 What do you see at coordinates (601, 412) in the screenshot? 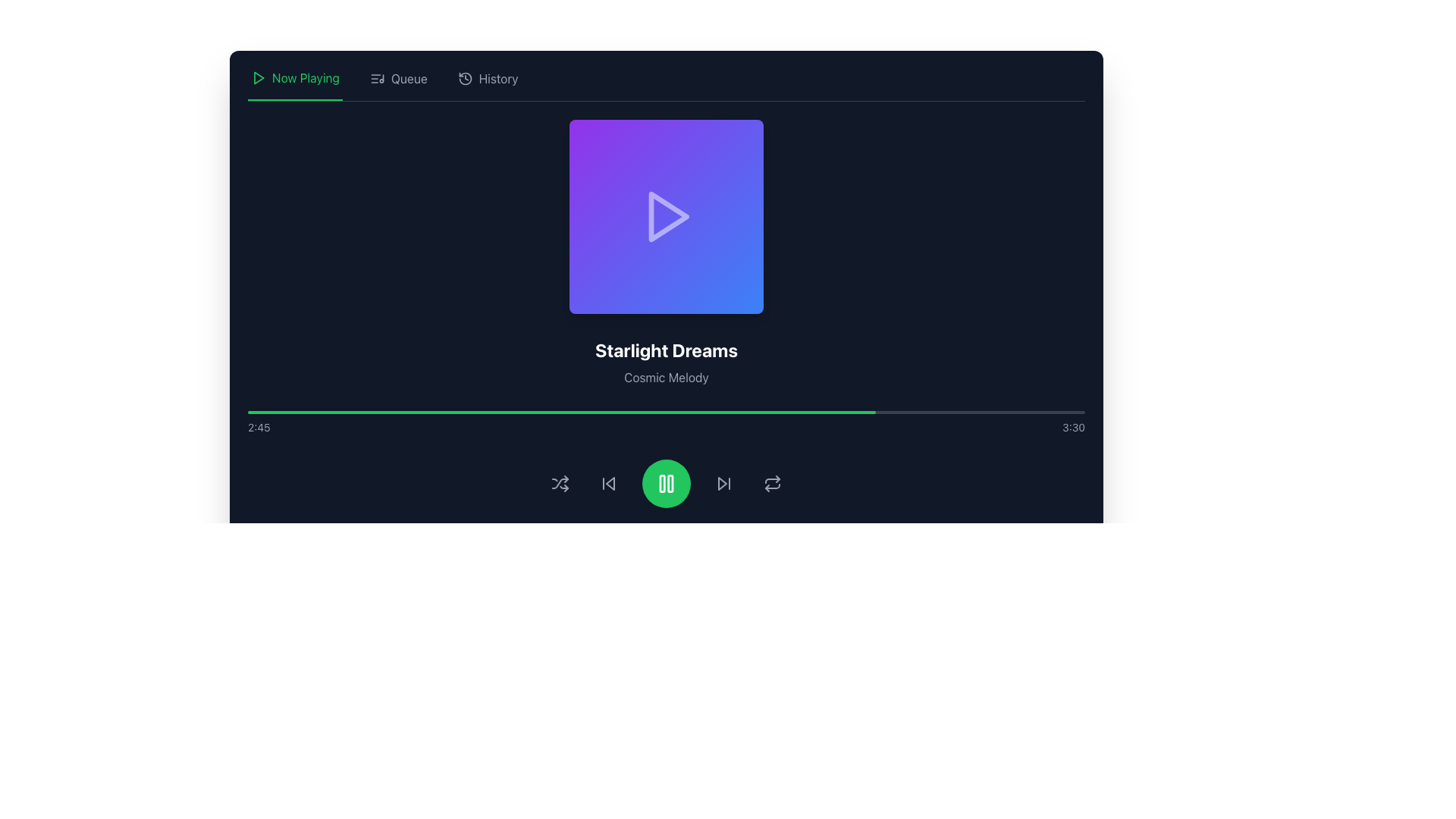
I see `playback position` at bounding box center [601, 412].